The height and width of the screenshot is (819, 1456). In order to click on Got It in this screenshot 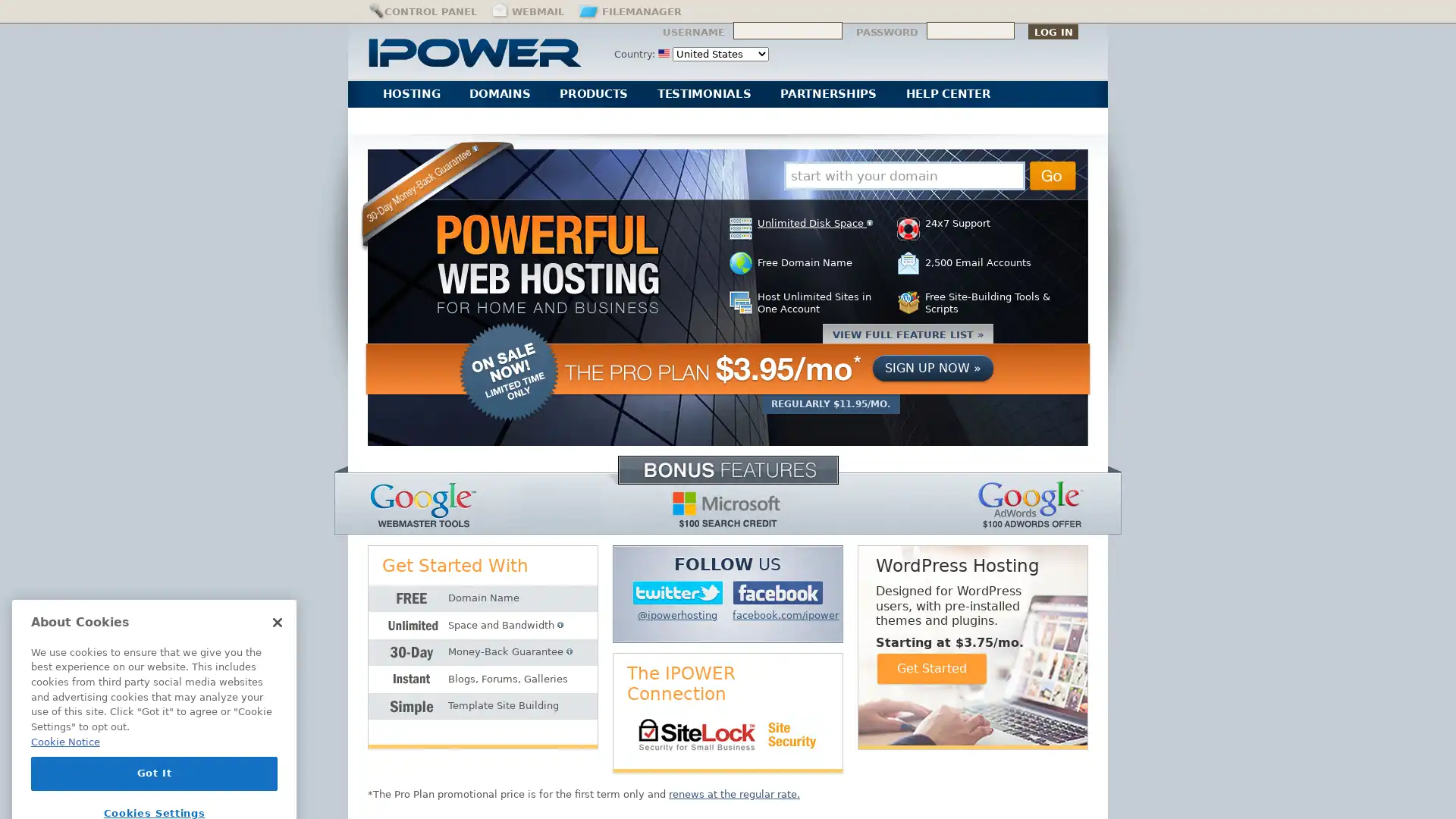, I will do `click(154, 719)`.